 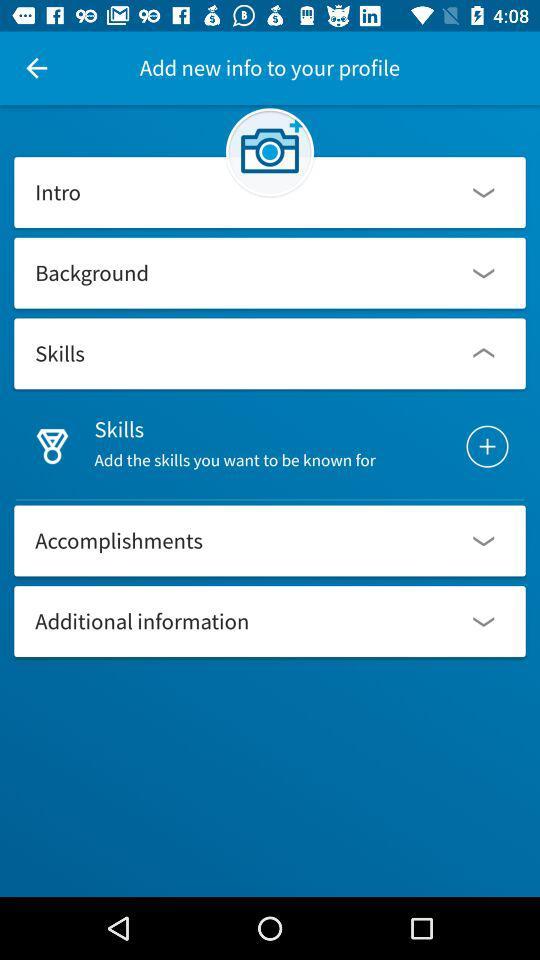 I want to click on background, so click(x=270, y=272).